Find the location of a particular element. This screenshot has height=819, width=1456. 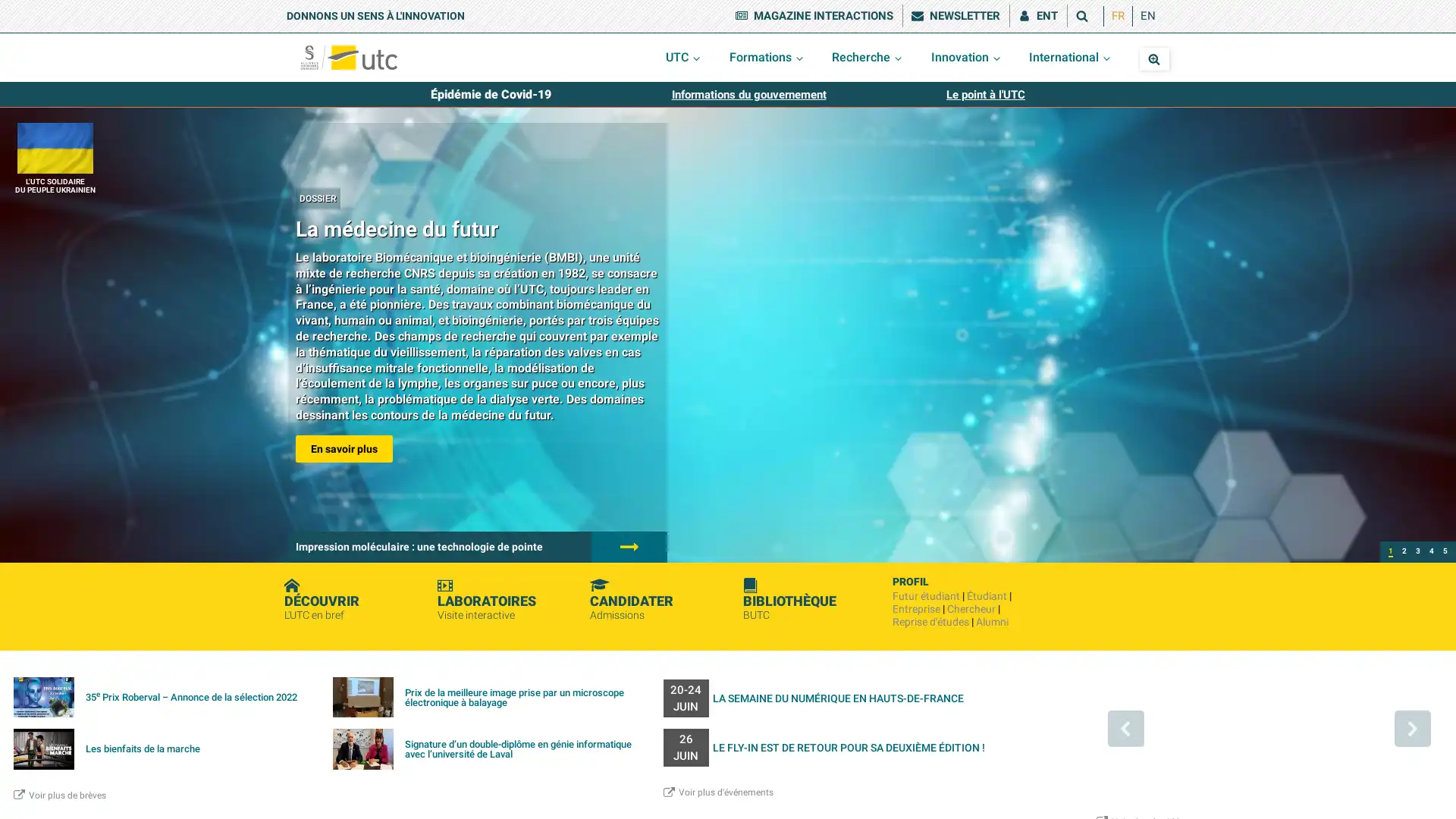

Impression moleculaire : une technologie de pointe is located at coordinates (1404, 552).